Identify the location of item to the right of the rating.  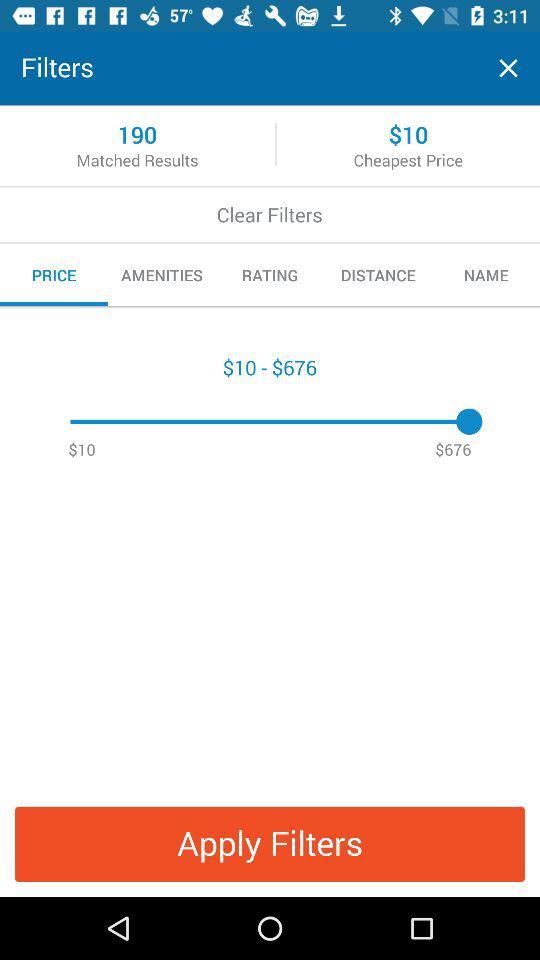
(378, 274).